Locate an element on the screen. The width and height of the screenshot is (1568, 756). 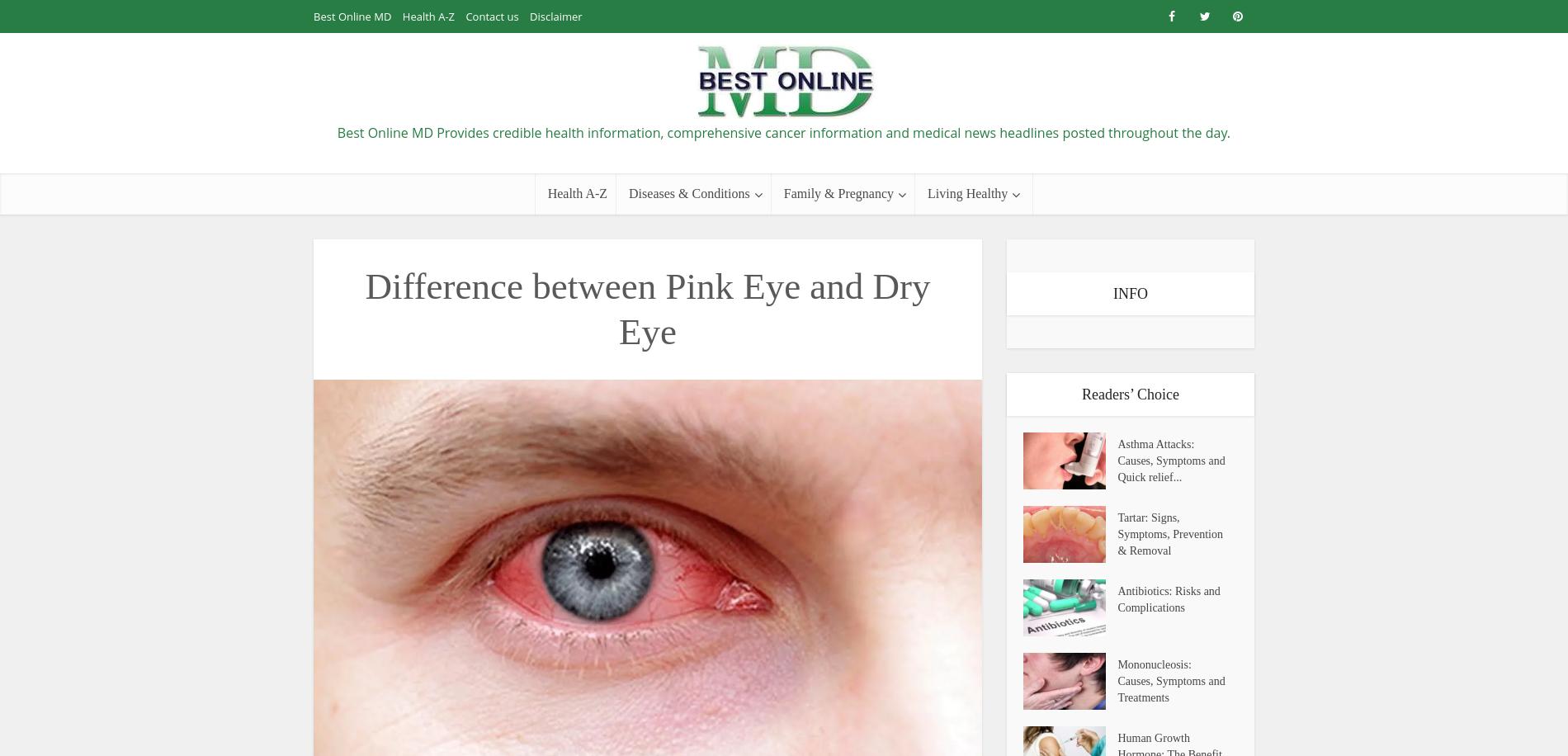
'Contact us' is located at coordinates (465, 16).